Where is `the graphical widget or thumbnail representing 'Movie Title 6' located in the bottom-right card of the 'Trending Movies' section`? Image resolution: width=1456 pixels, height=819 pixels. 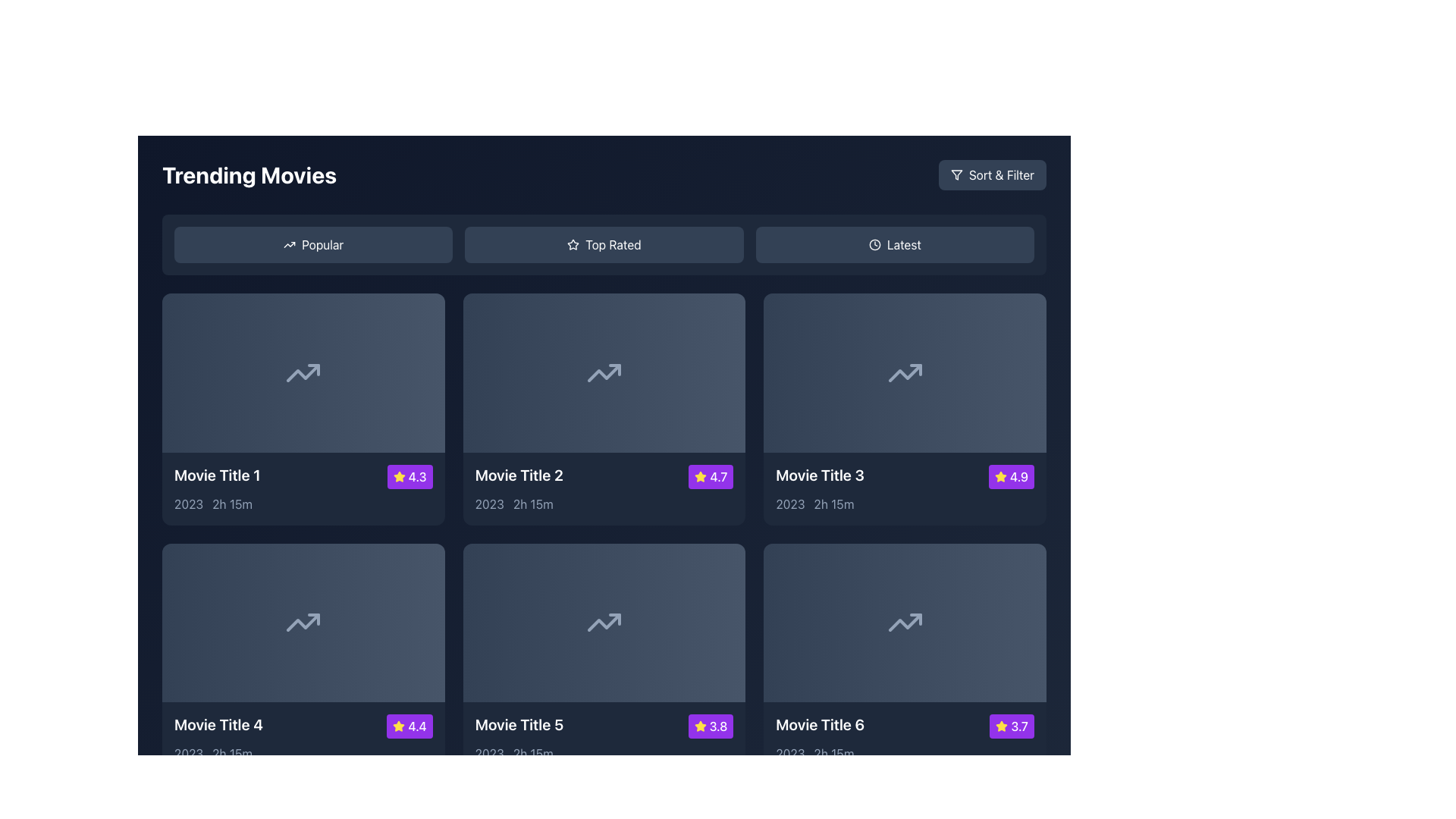 the graphical widget or thumbnail representing 'Movie Title 6' located in the bottom-right card of the 'Trending Movies' section is located at coordinates (905, 623).